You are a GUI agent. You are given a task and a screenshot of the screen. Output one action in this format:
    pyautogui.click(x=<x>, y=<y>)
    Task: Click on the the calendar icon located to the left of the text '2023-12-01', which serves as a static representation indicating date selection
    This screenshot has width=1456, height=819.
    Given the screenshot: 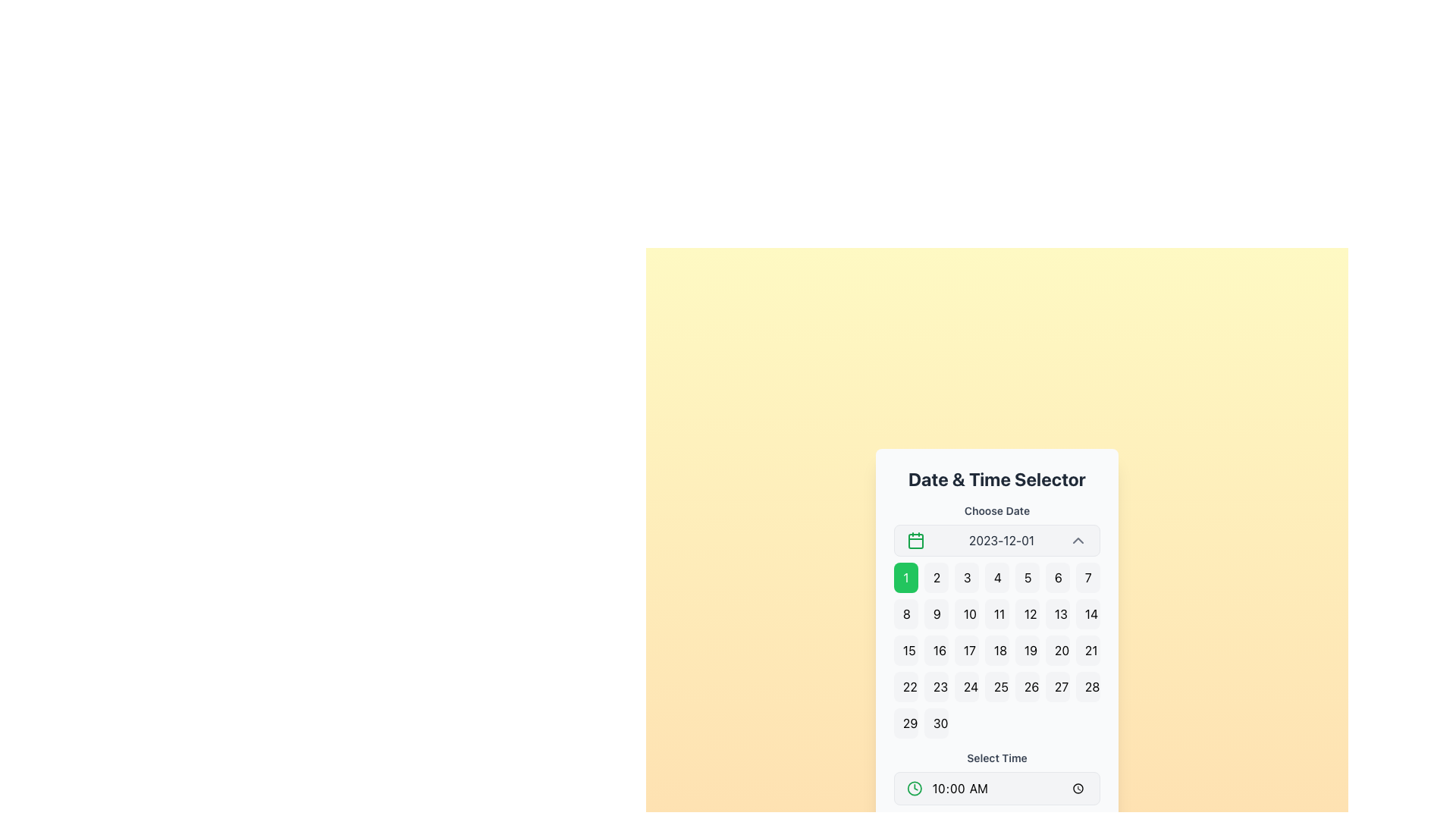 What is the action you would take?
    pyautogui.click(x=915, y=540)
    